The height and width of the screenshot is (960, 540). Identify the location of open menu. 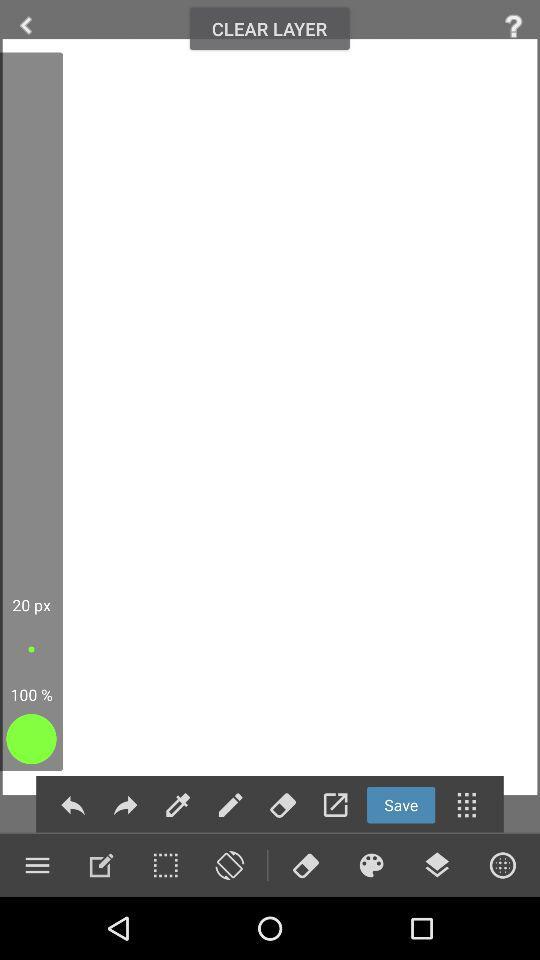
(37, 864).